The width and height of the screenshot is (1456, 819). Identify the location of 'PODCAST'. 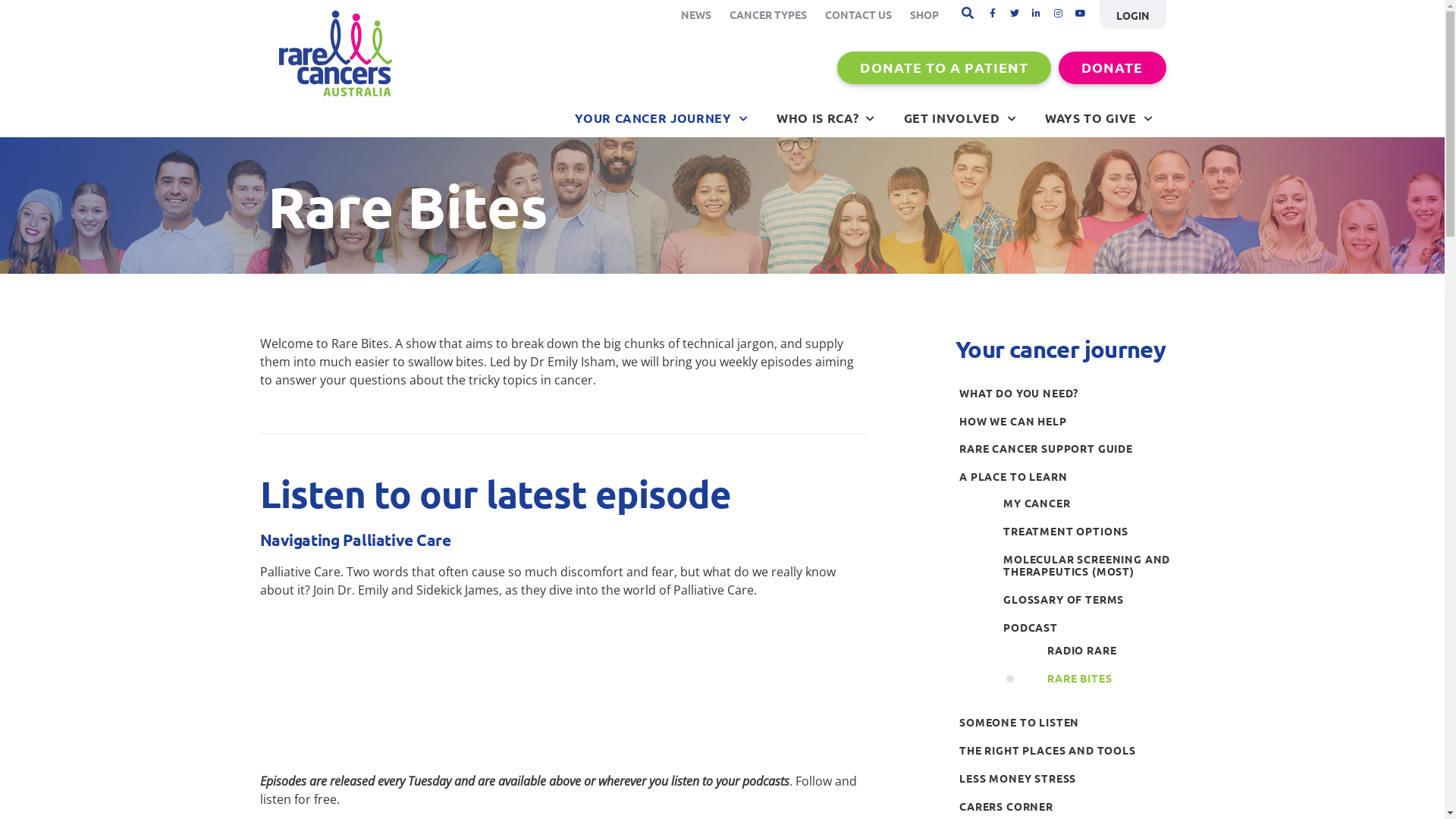
(1087, 627).